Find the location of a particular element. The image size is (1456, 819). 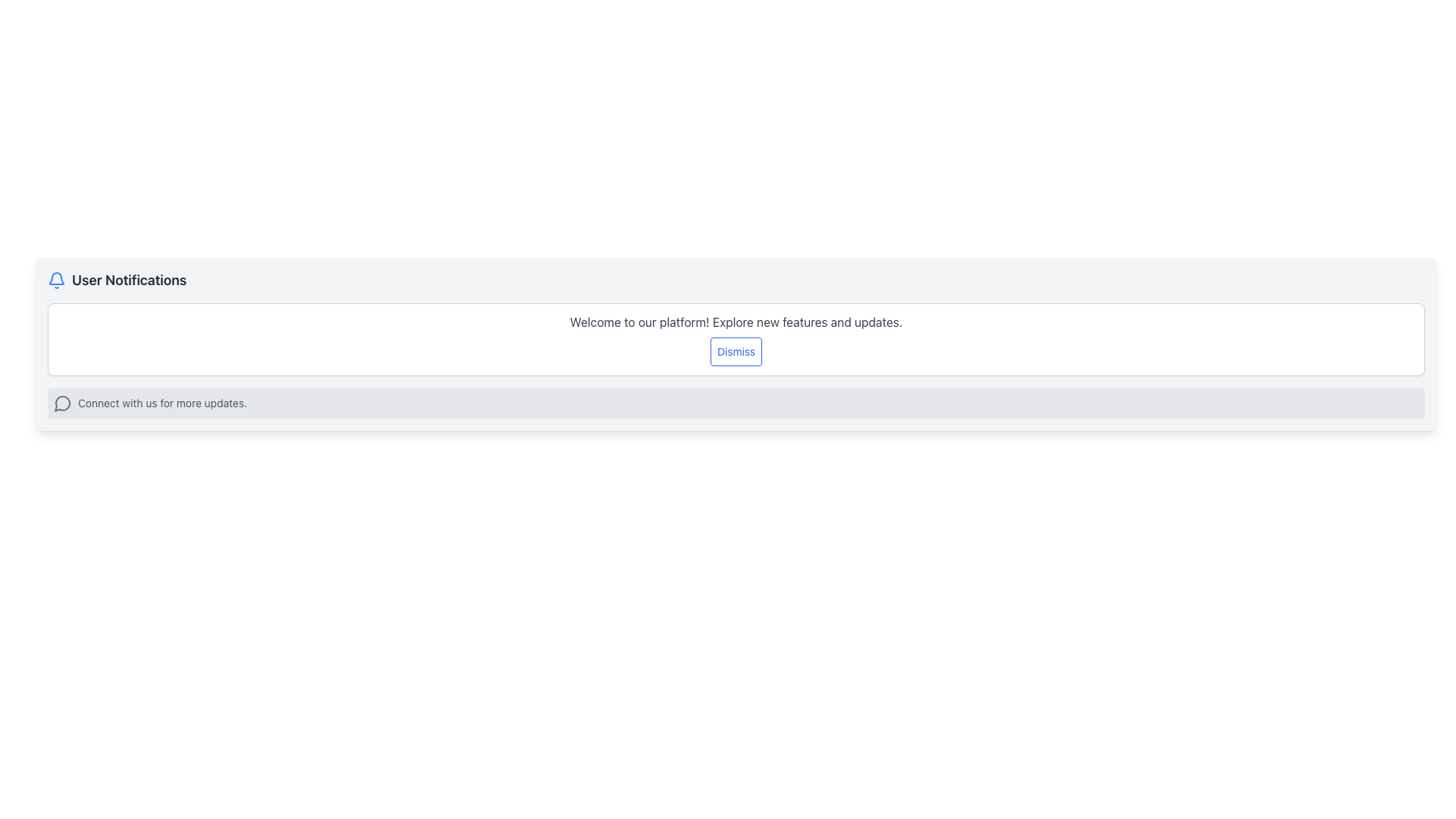

the middle part of the notification bell icon, which is a curved outline forming its upper shape, located in the 'User Notifications' section is located at coordinates (57, 278).